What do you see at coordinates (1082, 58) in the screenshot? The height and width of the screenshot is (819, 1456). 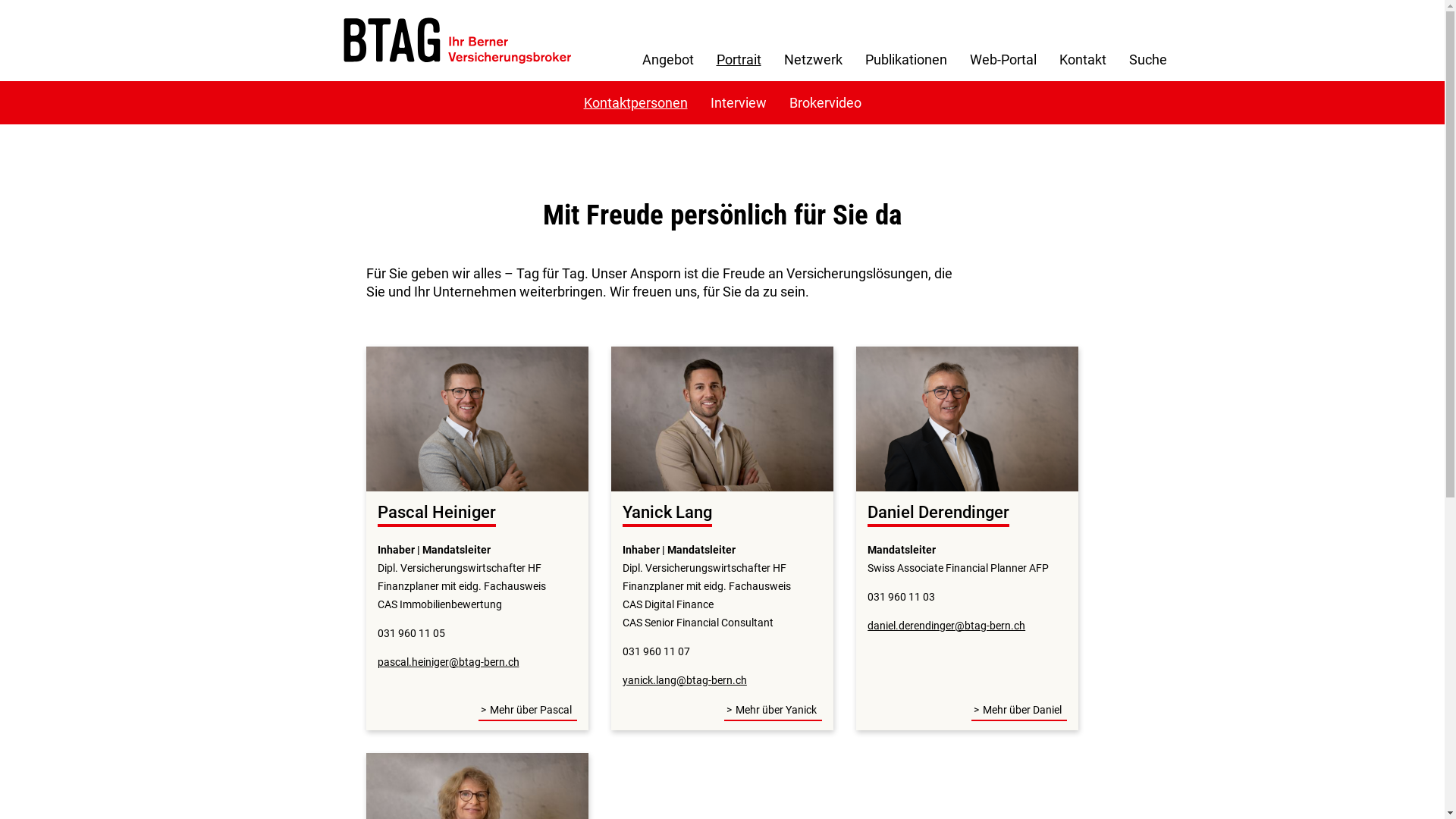 I see `'Kontakt'` at bounding box center [1082, 58].